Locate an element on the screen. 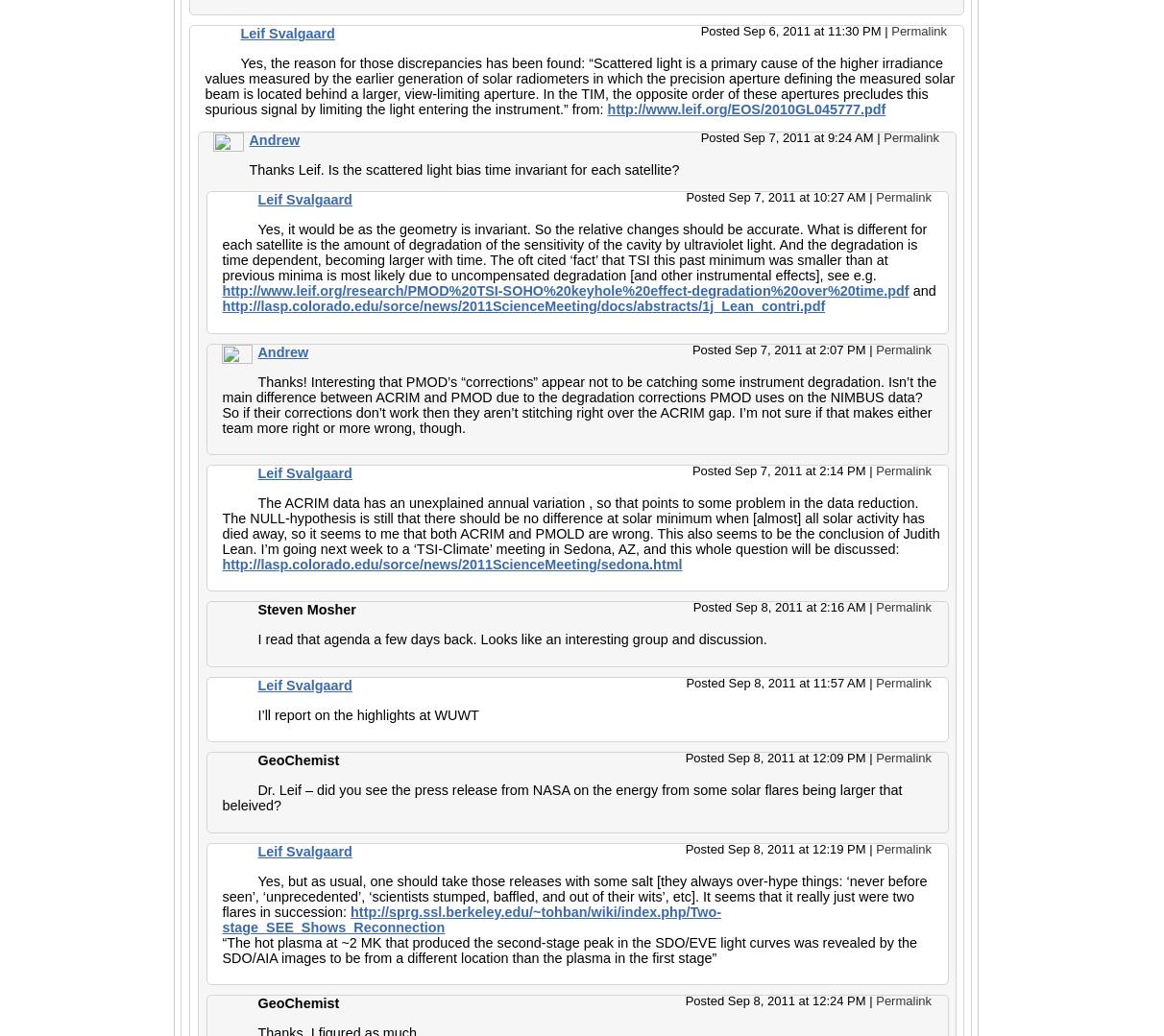 The image size is (1164, 1036). 'Steven Mosher' is located at coordinates (256, 608).